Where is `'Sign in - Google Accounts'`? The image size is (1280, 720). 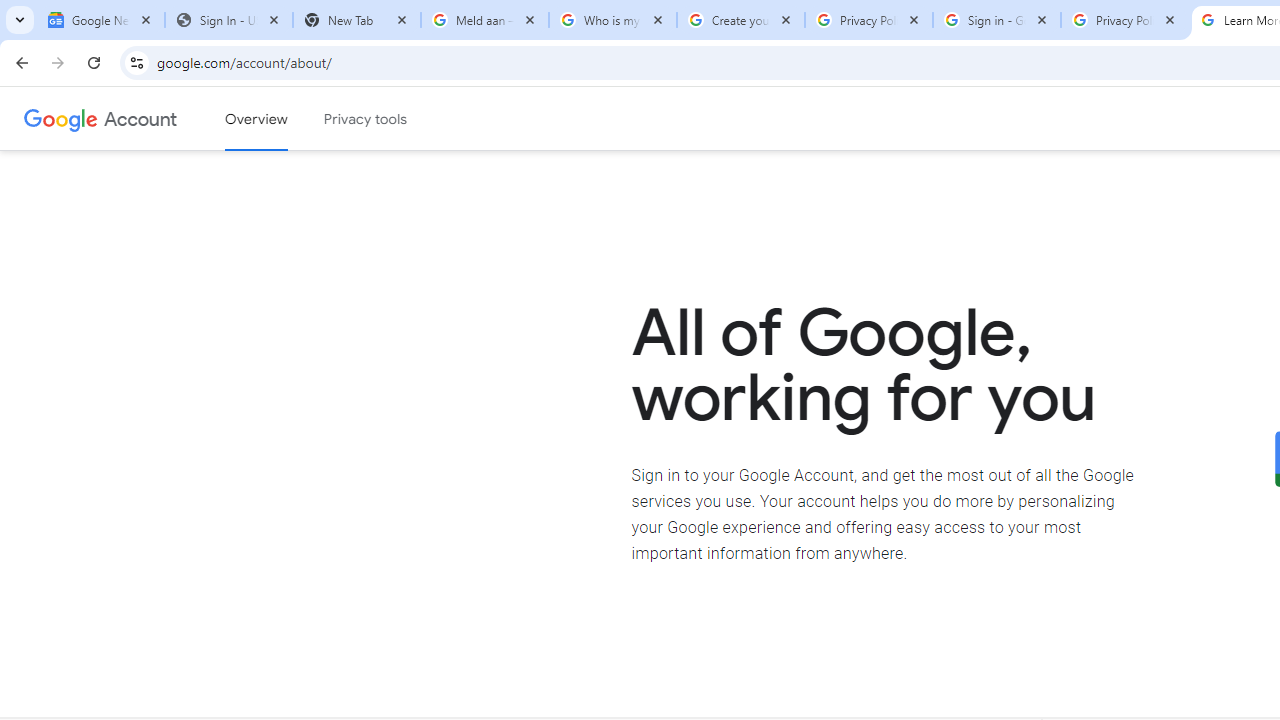
'Sign in - Google Accounts' is located at coordinates (997, 20).